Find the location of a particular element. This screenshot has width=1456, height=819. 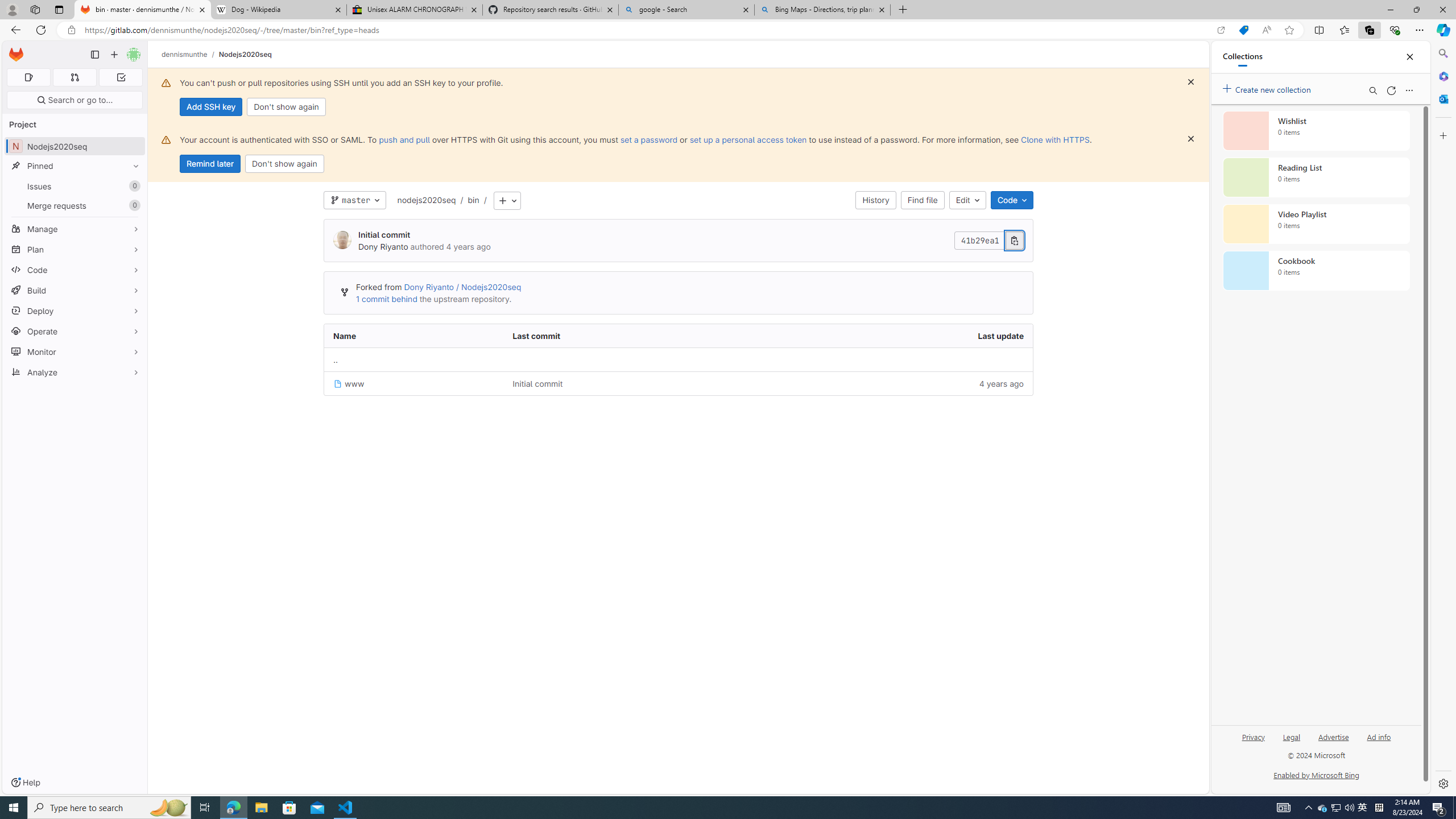

'Class: s16 position-relative file-icon' is located at coordinates (337, 383).